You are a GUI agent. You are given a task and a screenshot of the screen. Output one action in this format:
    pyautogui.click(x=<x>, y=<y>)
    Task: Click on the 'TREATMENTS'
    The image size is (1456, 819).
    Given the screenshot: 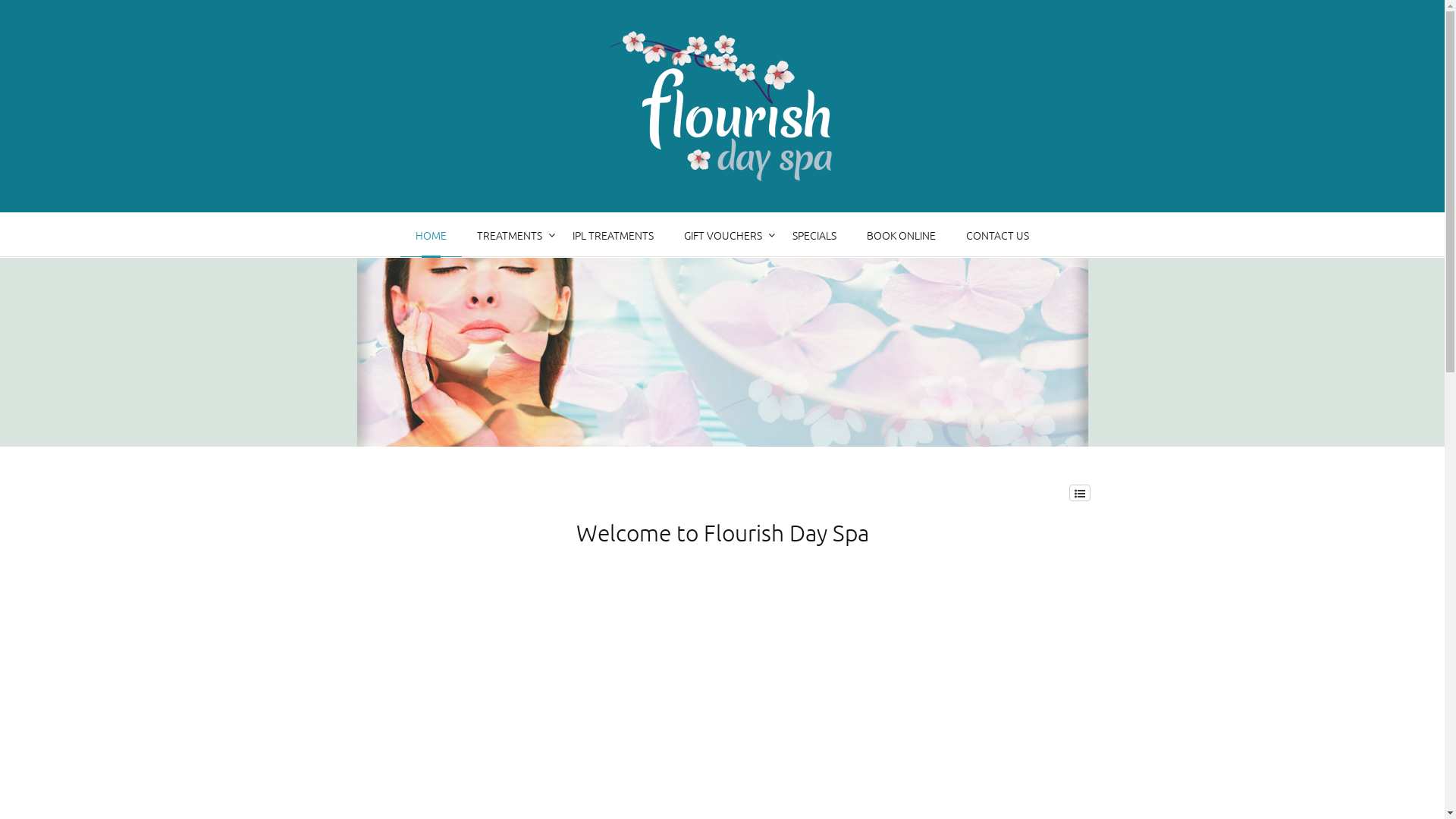 What is the action you would take?
    pyautogui.click(x=461, y=234)
    